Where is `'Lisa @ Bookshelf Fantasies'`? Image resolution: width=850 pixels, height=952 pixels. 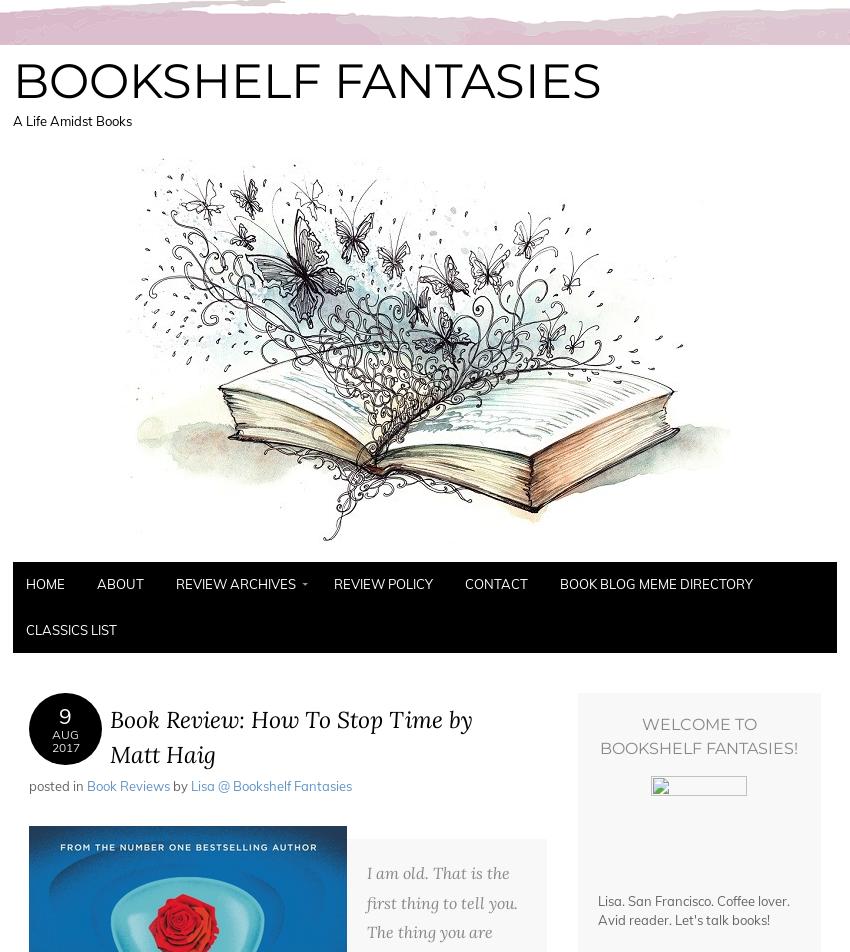 'Lisa @ Bookshelf Fantasies' is located at coordinates (270, 785).